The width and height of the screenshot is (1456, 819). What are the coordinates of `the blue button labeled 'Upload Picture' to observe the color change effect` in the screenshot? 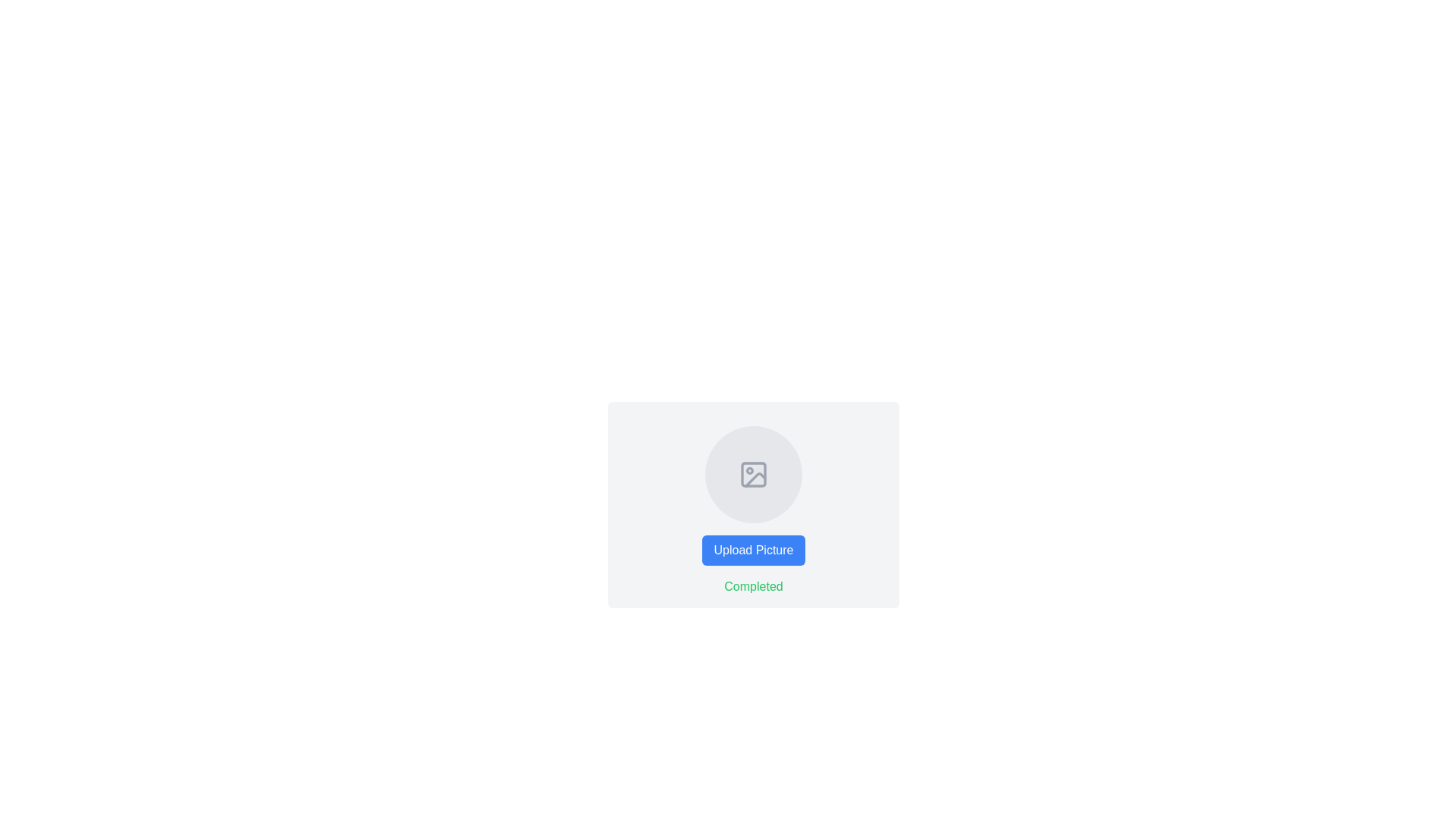 It's located at (753, 550).